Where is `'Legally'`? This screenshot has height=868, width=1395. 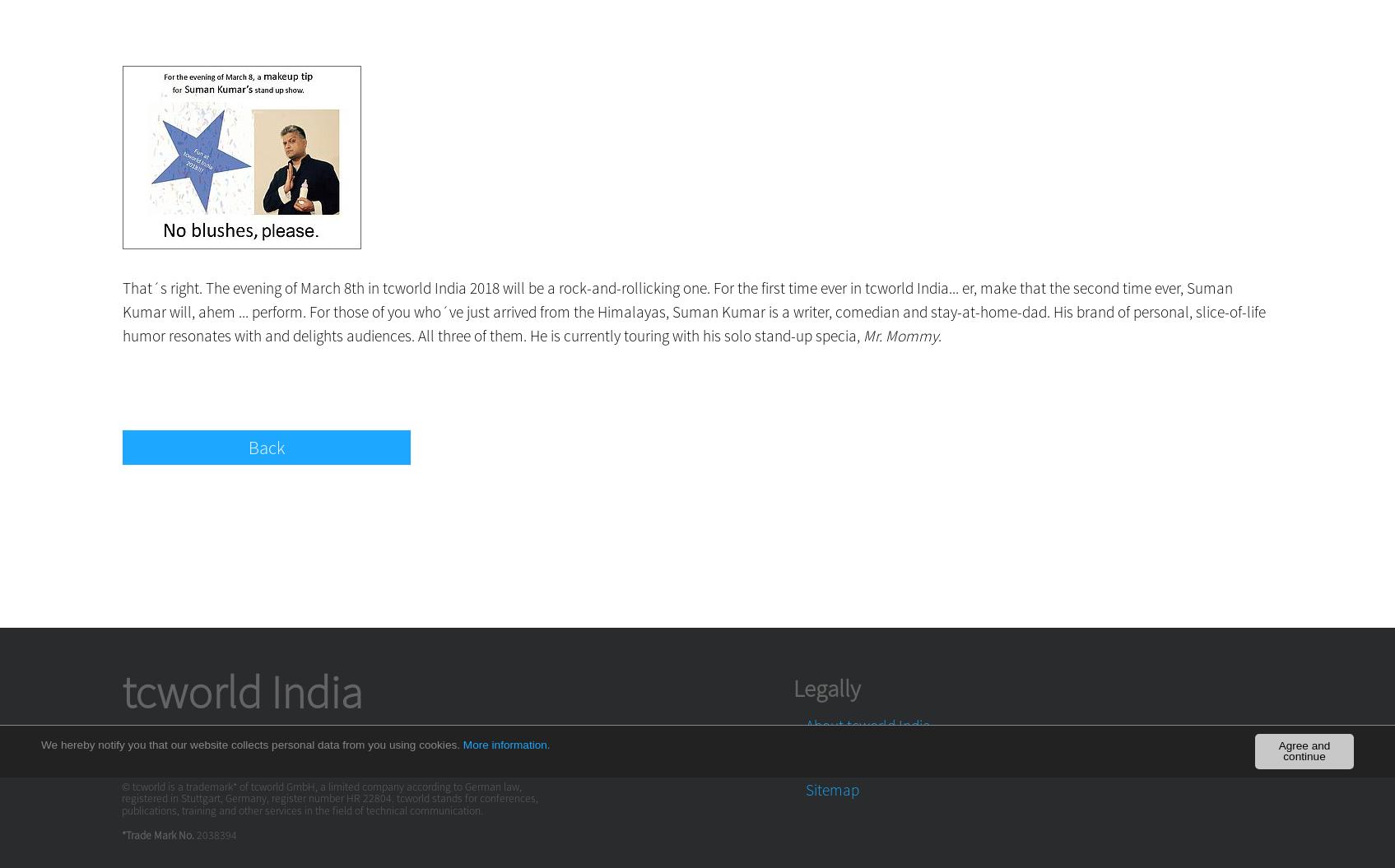
'Legally' is located at coordinates (825, 687).